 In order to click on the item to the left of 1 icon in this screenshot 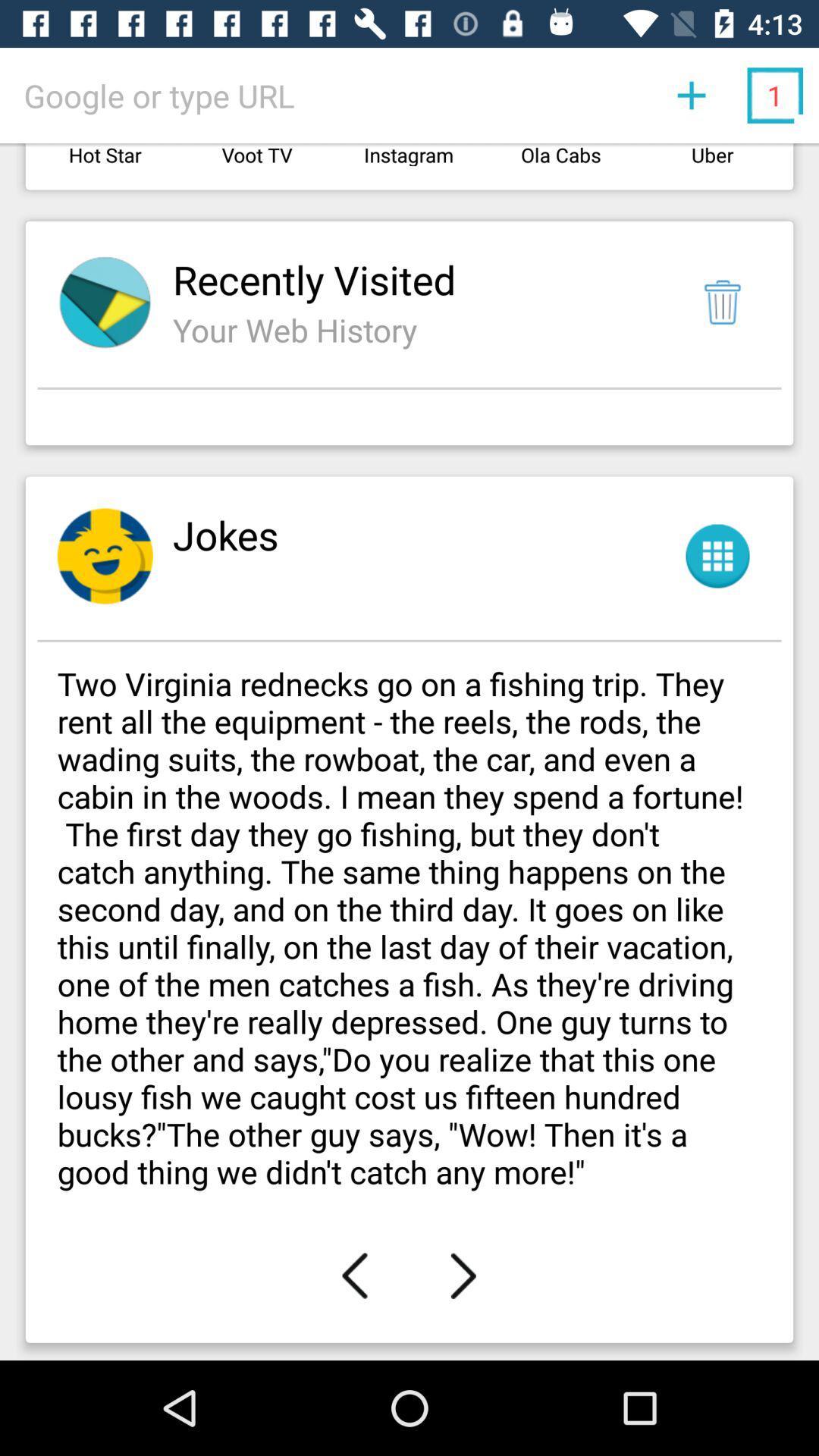, I will do `click(691, 94)`.